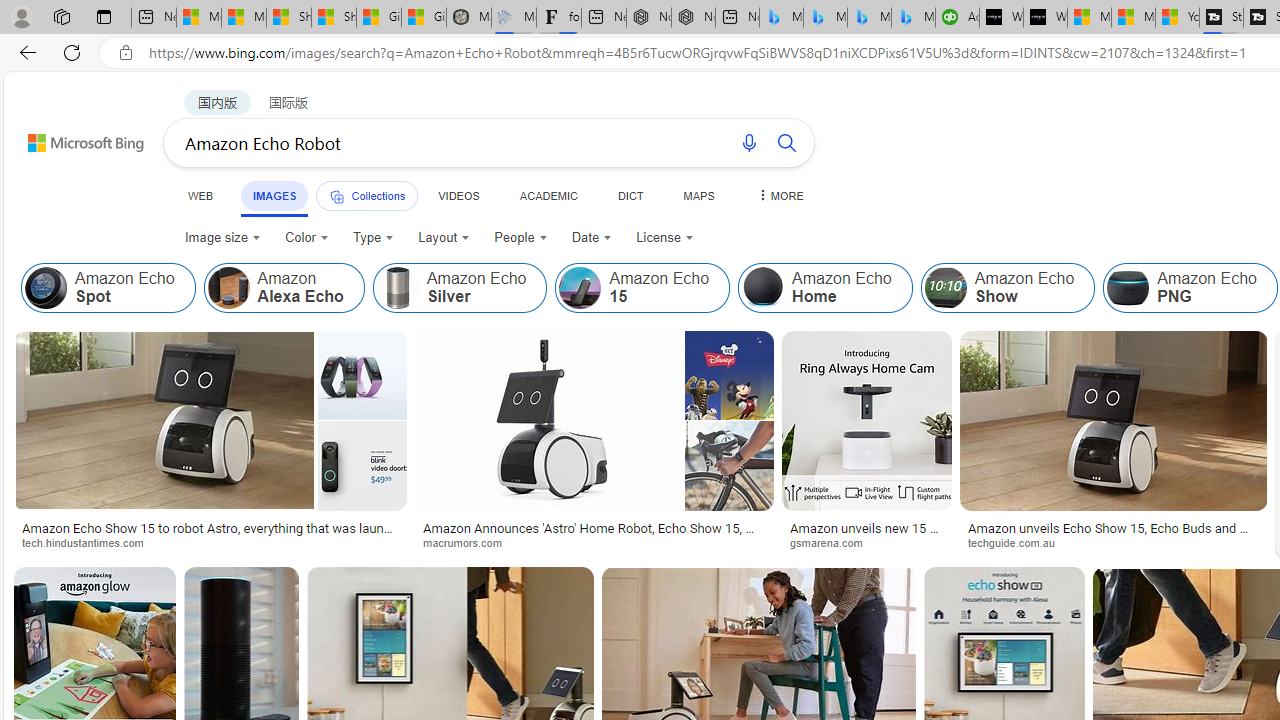 The image size is (1280, 720). Describe the element at coordinates (443, 236) in the screenshot. I see `'Layout'` at that location.